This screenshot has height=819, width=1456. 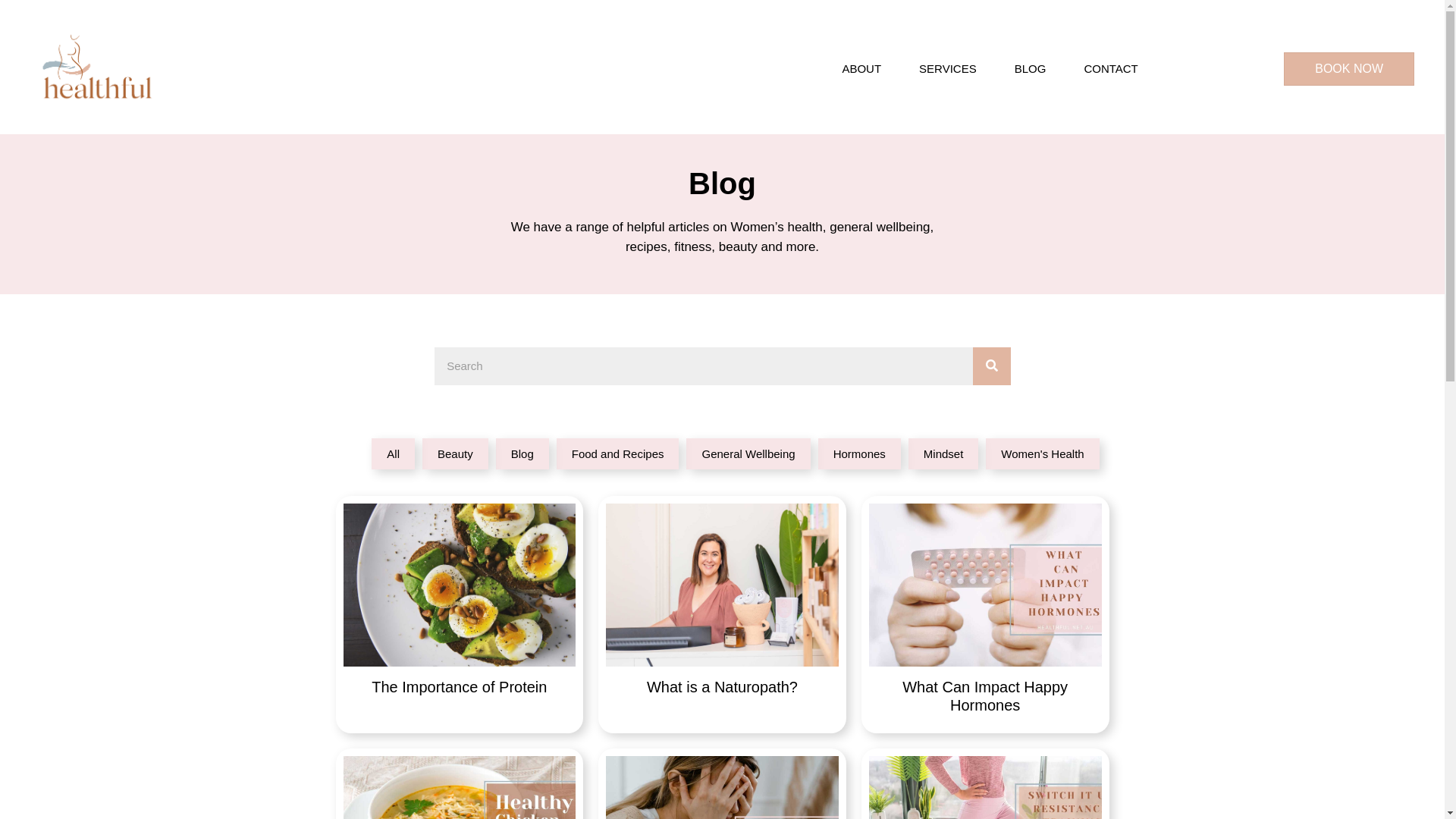 What do you see at coordinates (903, 69) in the screenshot?
I see `'SERVICES'` at bounding box center [903, 69].